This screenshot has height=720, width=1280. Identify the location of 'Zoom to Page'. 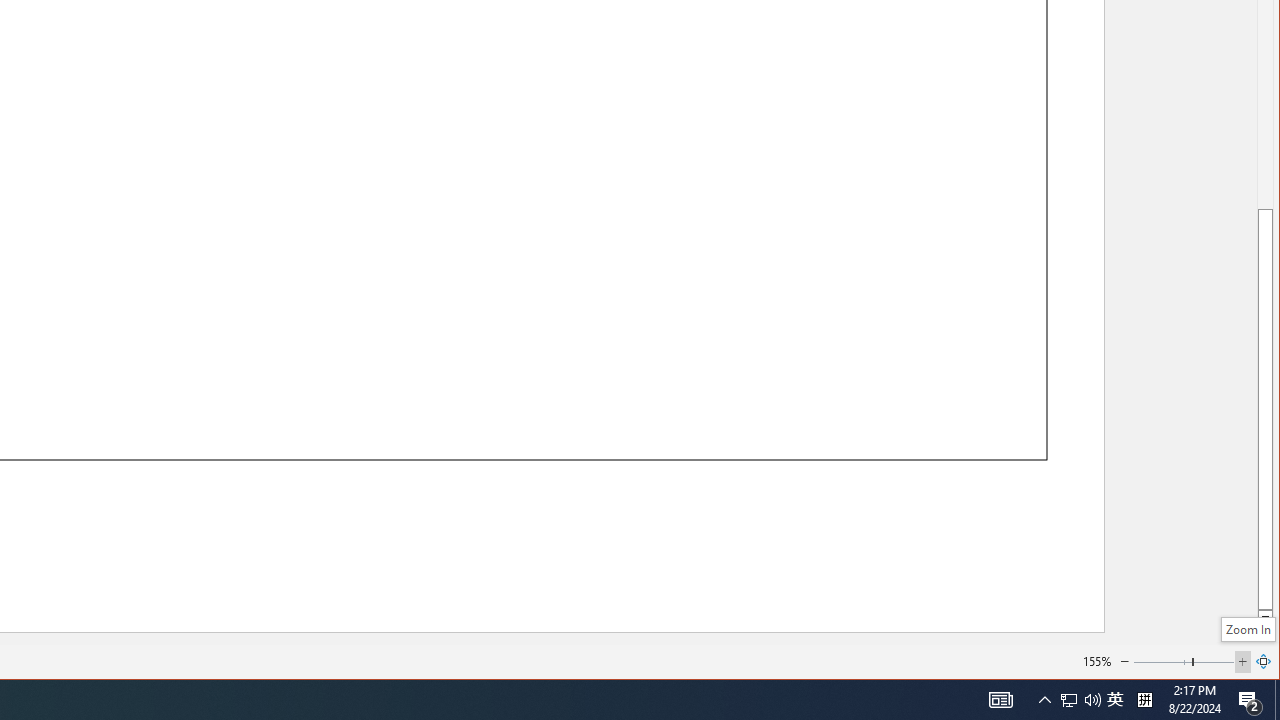
(1263, 662).